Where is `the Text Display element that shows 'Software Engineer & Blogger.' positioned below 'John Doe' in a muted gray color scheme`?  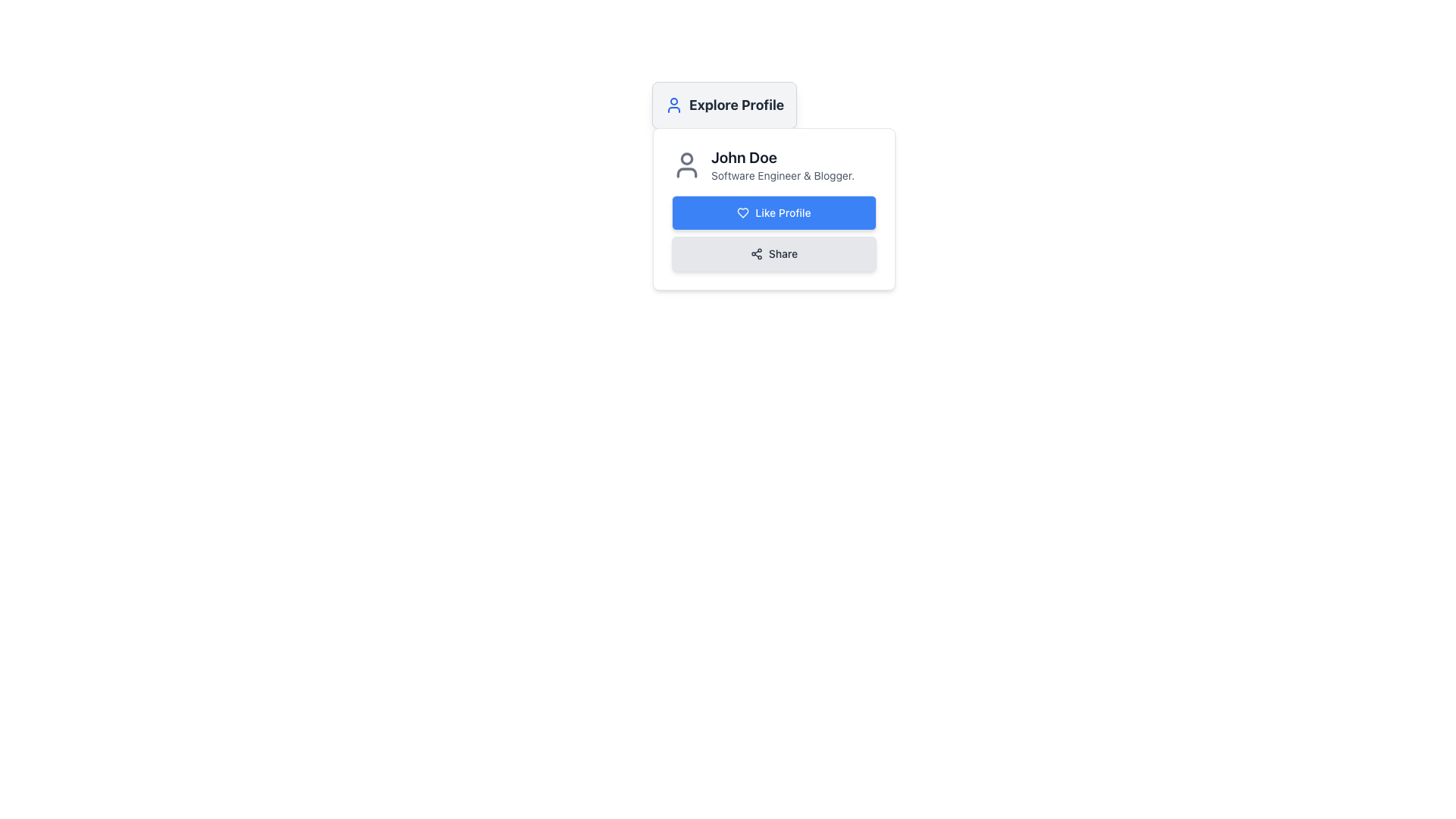
the Text Display element that shows 'Software Engineer & Blogger.' positioned below 'John Doe' in a muted gray color scheme is located at coordinates (783, 174).